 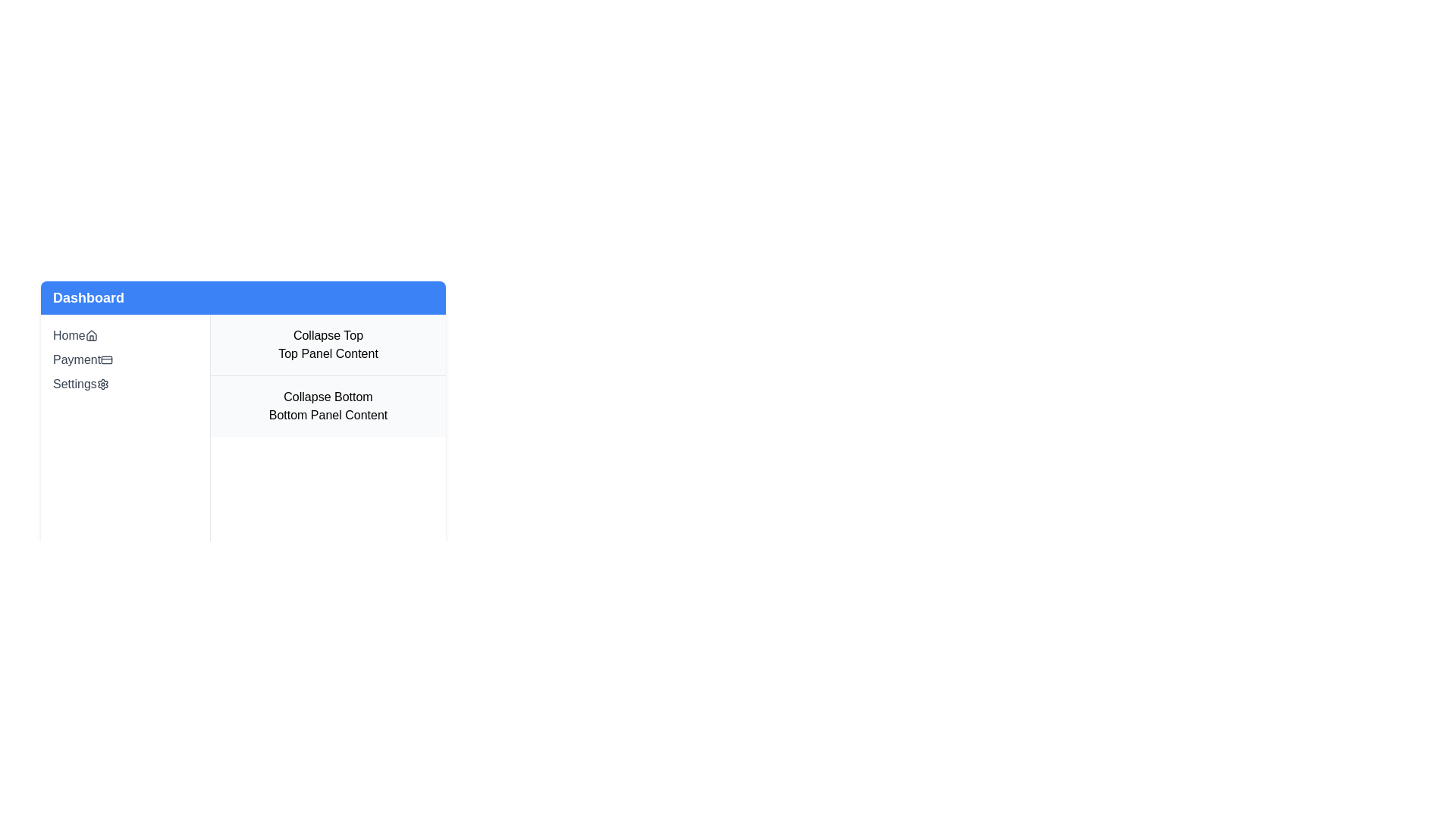 What do you see at coordinates (125, 359) in the screenshot?
I see `the 'Payment' link in the vertical navigation menu` at bounding box center [125, 359].